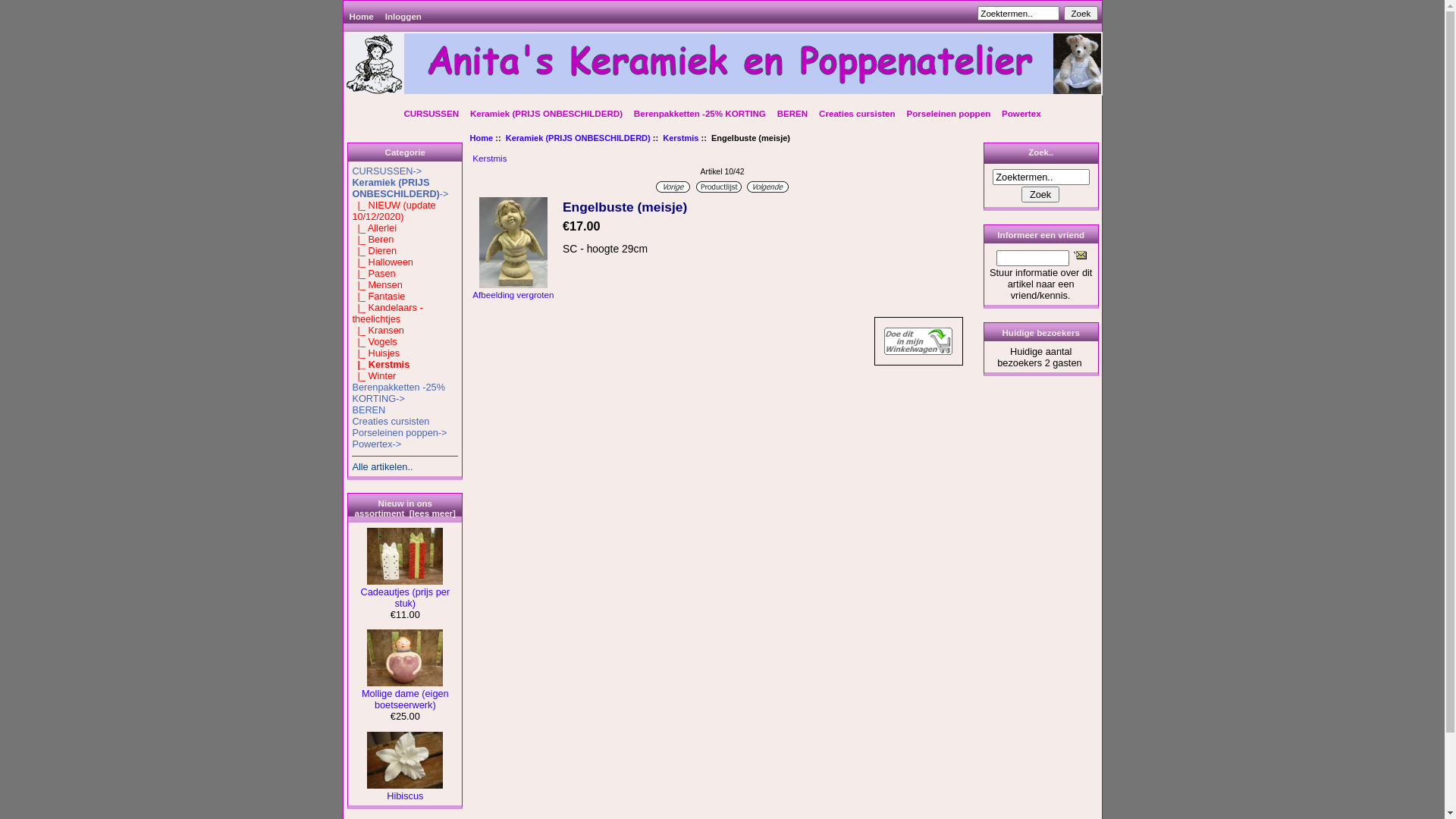 The image size is (1456, 819). I want to click on '  |_ NIEUW (update 10/12/2020)', so click(393, 210).